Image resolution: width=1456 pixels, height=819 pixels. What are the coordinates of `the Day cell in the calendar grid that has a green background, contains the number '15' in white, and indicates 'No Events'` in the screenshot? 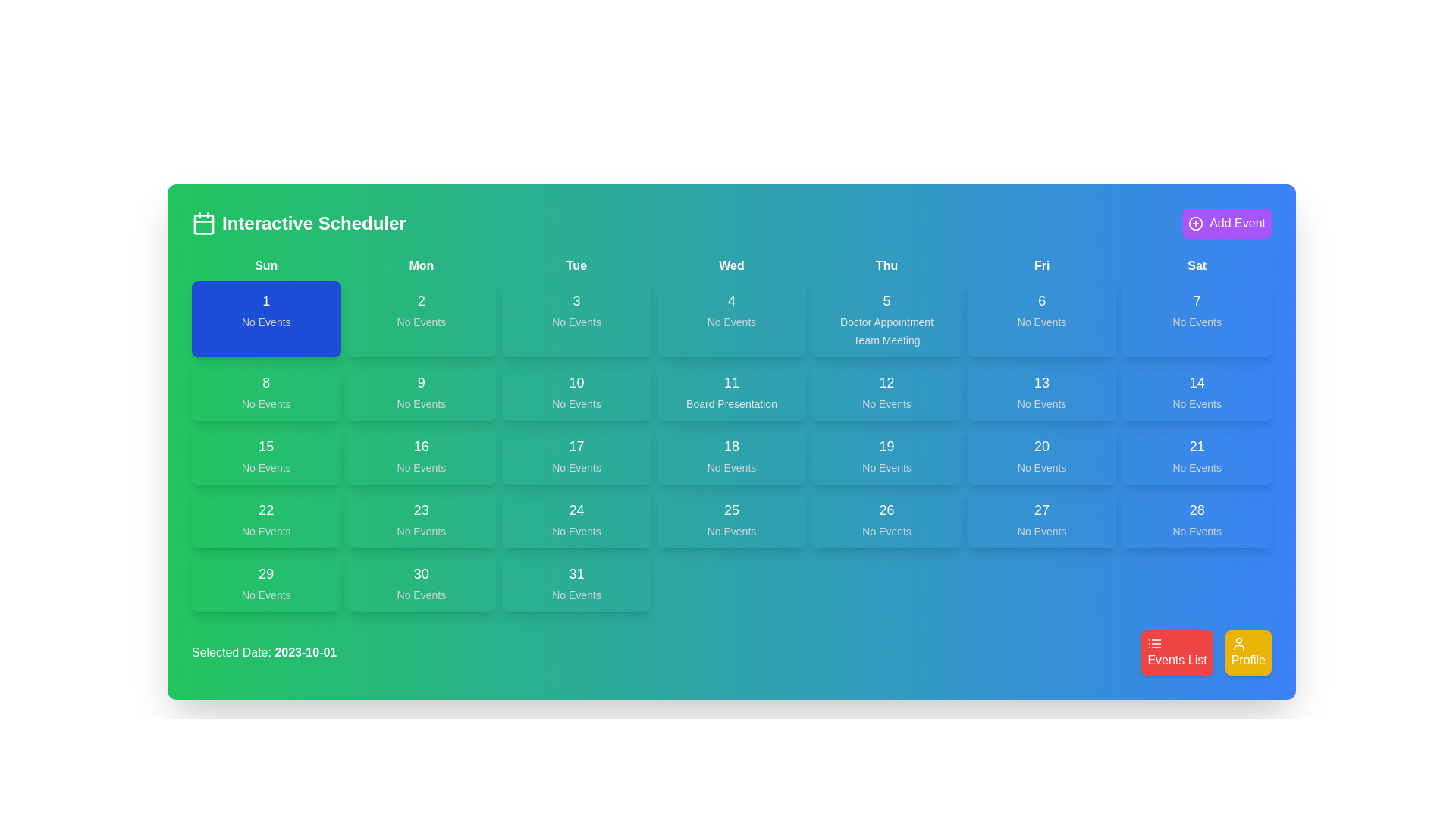 It's located at (266, 455).